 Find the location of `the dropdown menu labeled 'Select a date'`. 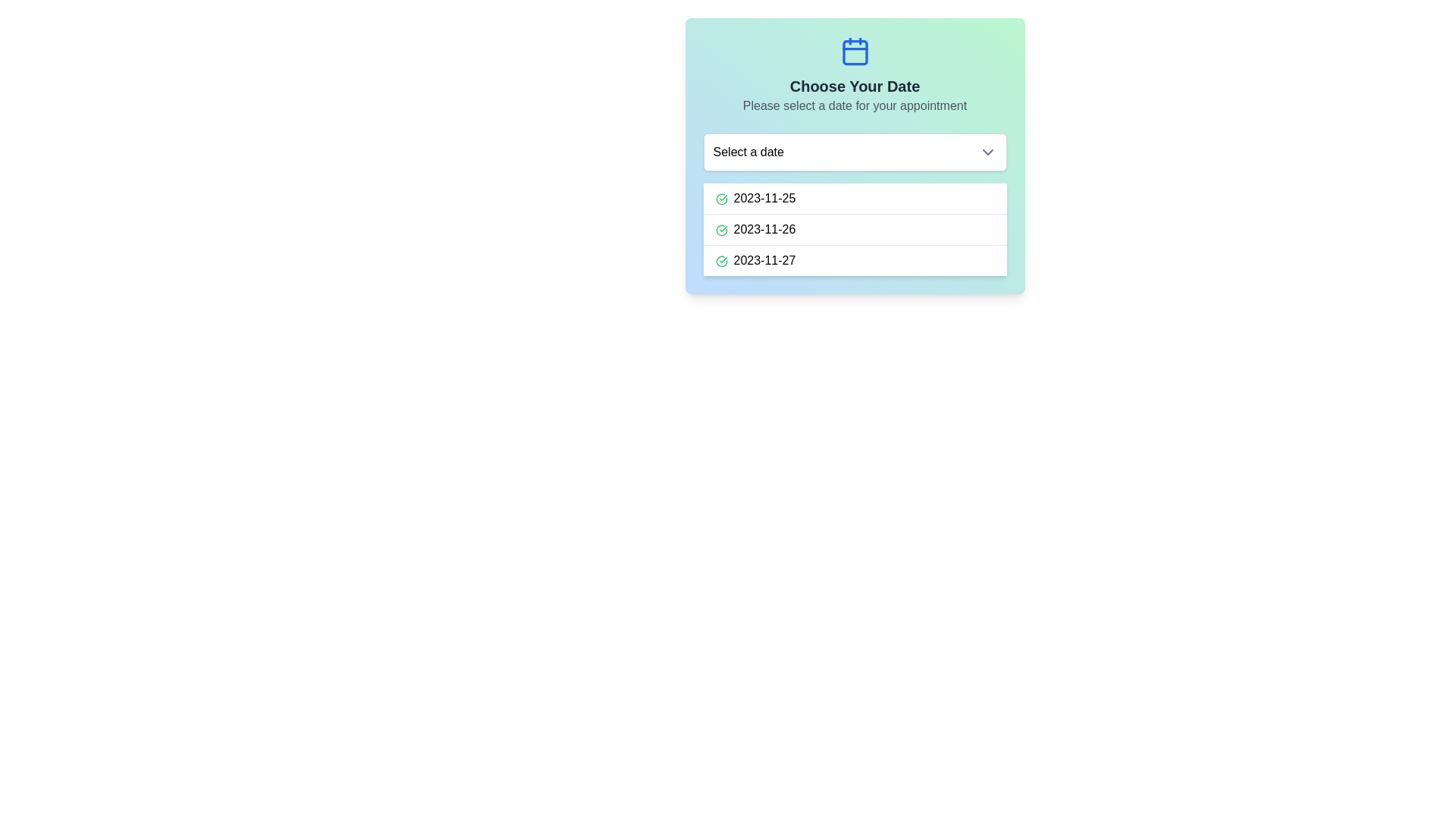

the dropdown menu labeled 'Select a date' is located at coordinates (855, 152).